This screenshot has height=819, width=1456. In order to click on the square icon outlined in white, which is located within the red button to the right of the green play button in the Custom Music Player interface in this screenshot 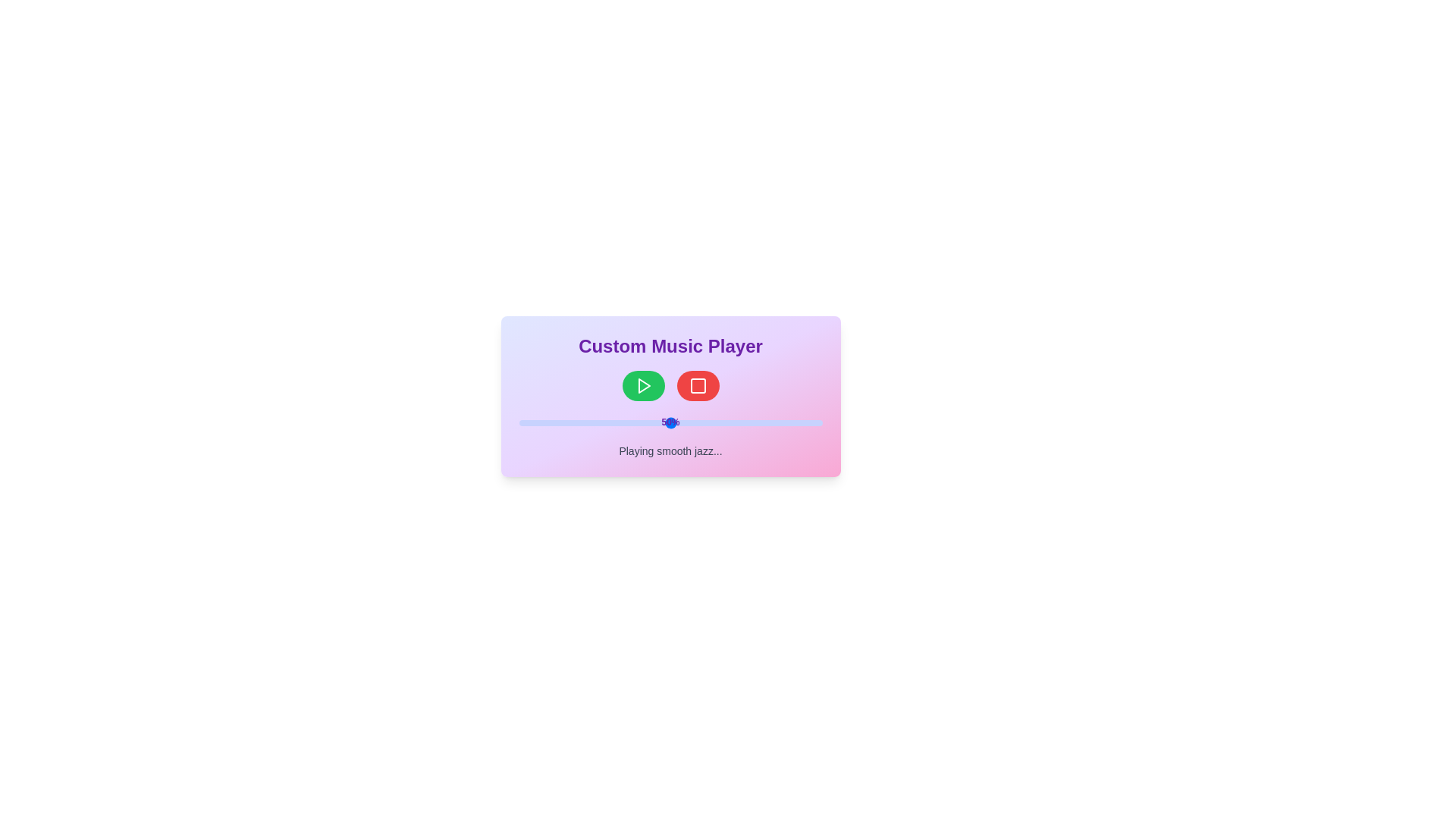, I will do `click(697, 385)`.